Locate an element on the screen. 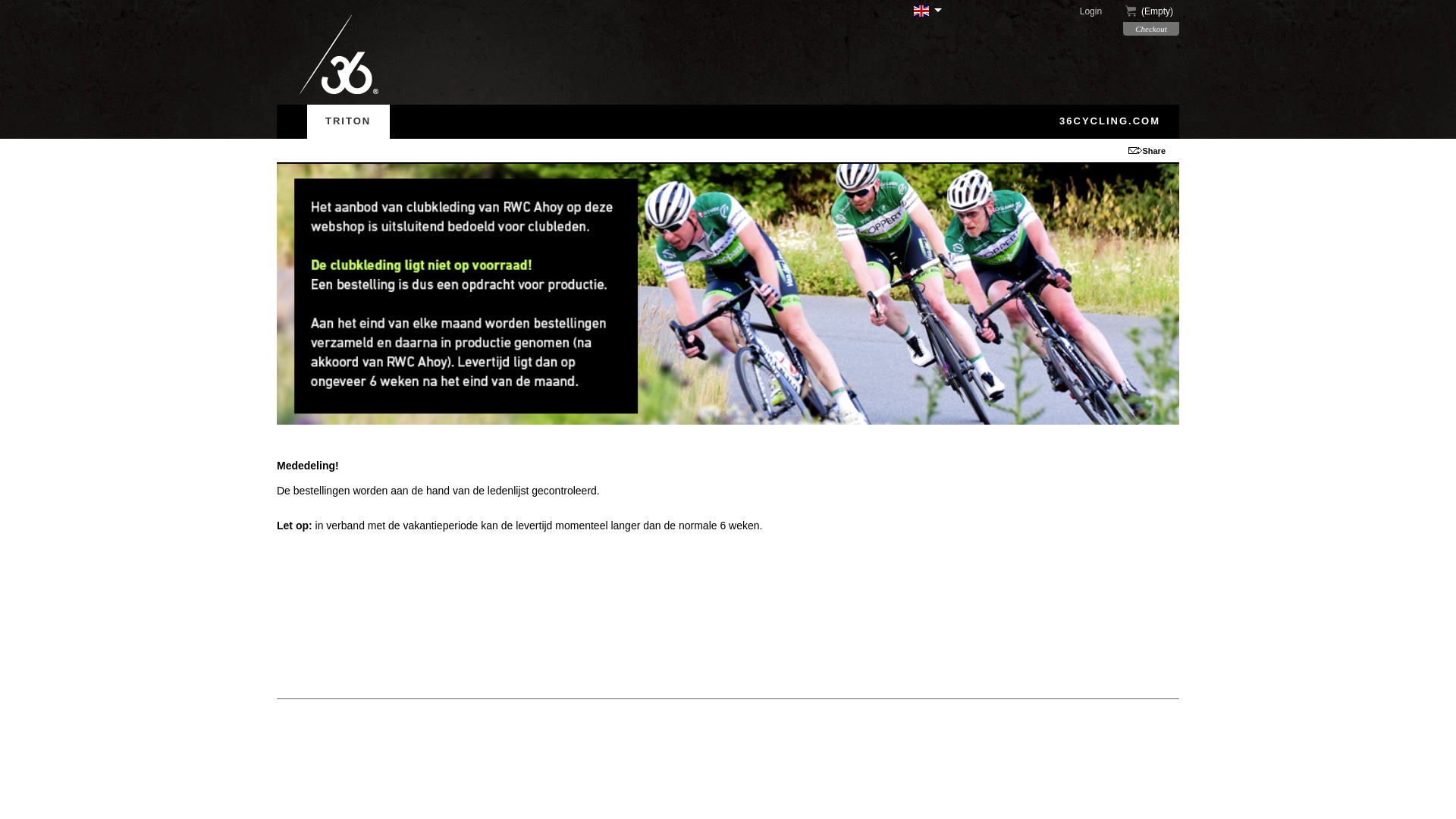 The image size is (1456, 819). 'Login' is located at coordinates (1100, 11).